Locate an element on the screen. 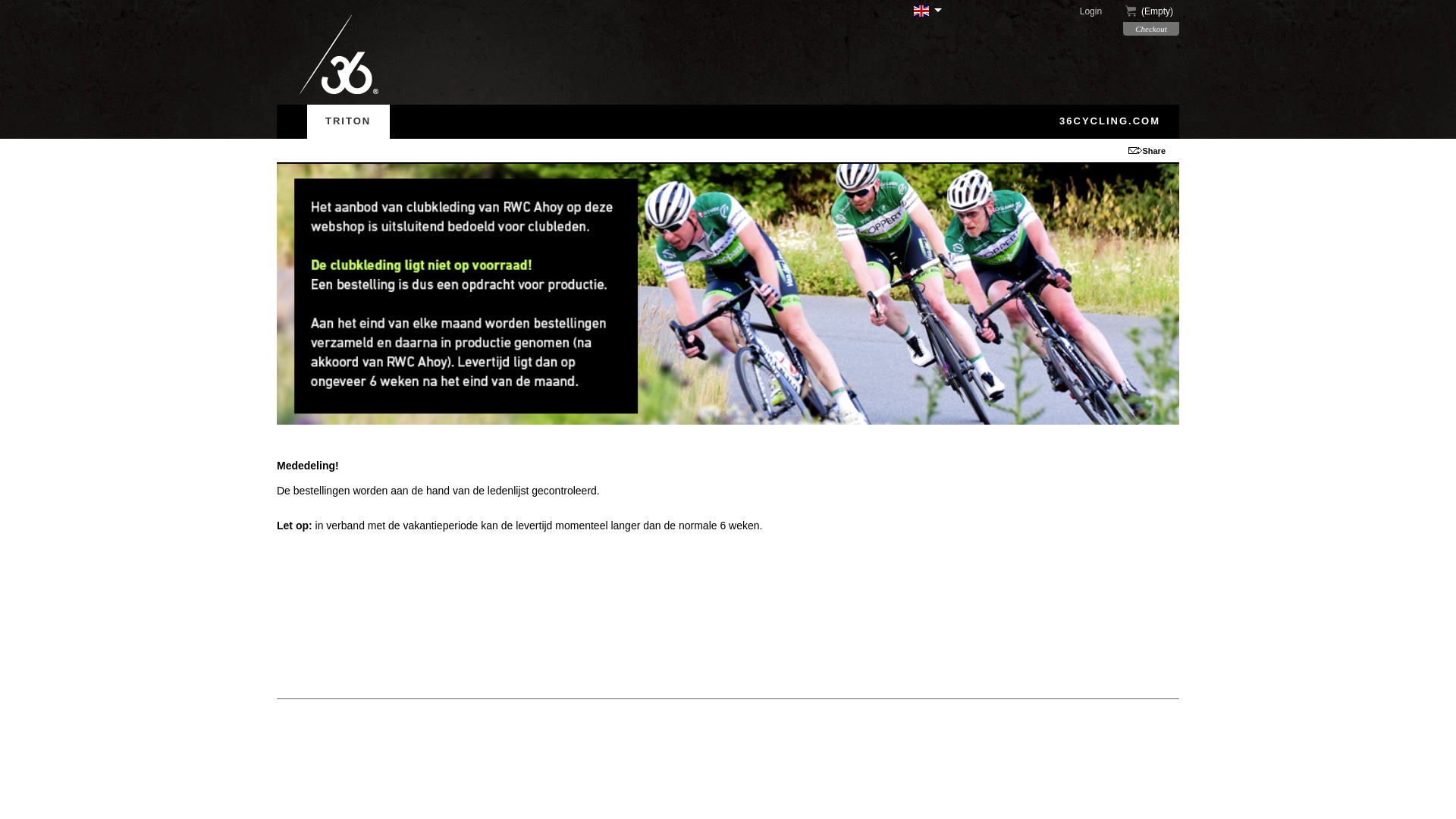 The image size is (1456, 819). 'Login' is located at coordinates (1100, 11).